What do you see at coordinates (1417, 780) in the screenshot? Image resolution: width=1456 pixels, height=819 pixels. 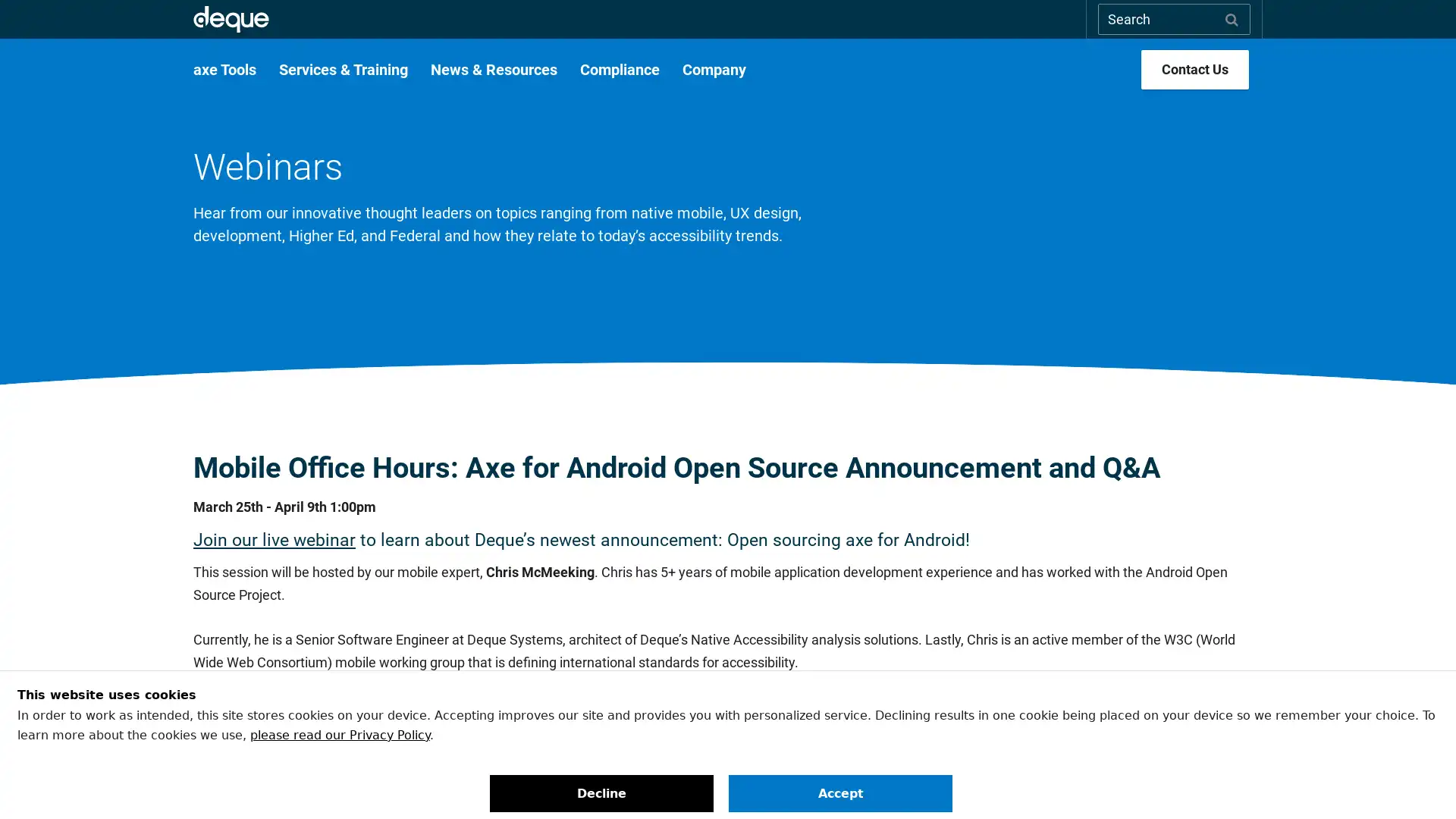 I see `Open Intercom Messenger` at bounding box center [1417, 780].